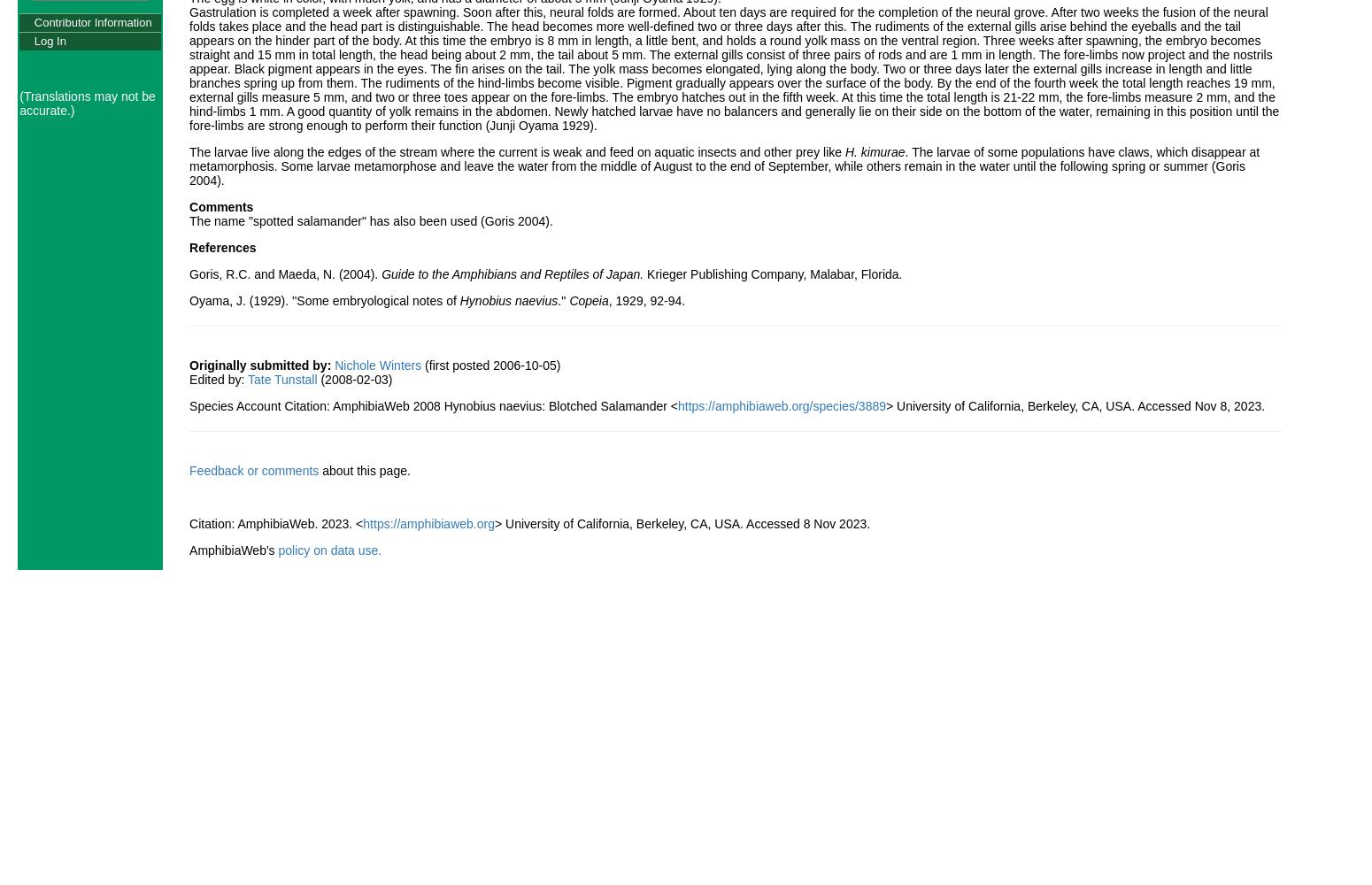 This screenshot has width=1372, height=885. I want to click on '(first posted 2006-10-05)', so click(420, 365).